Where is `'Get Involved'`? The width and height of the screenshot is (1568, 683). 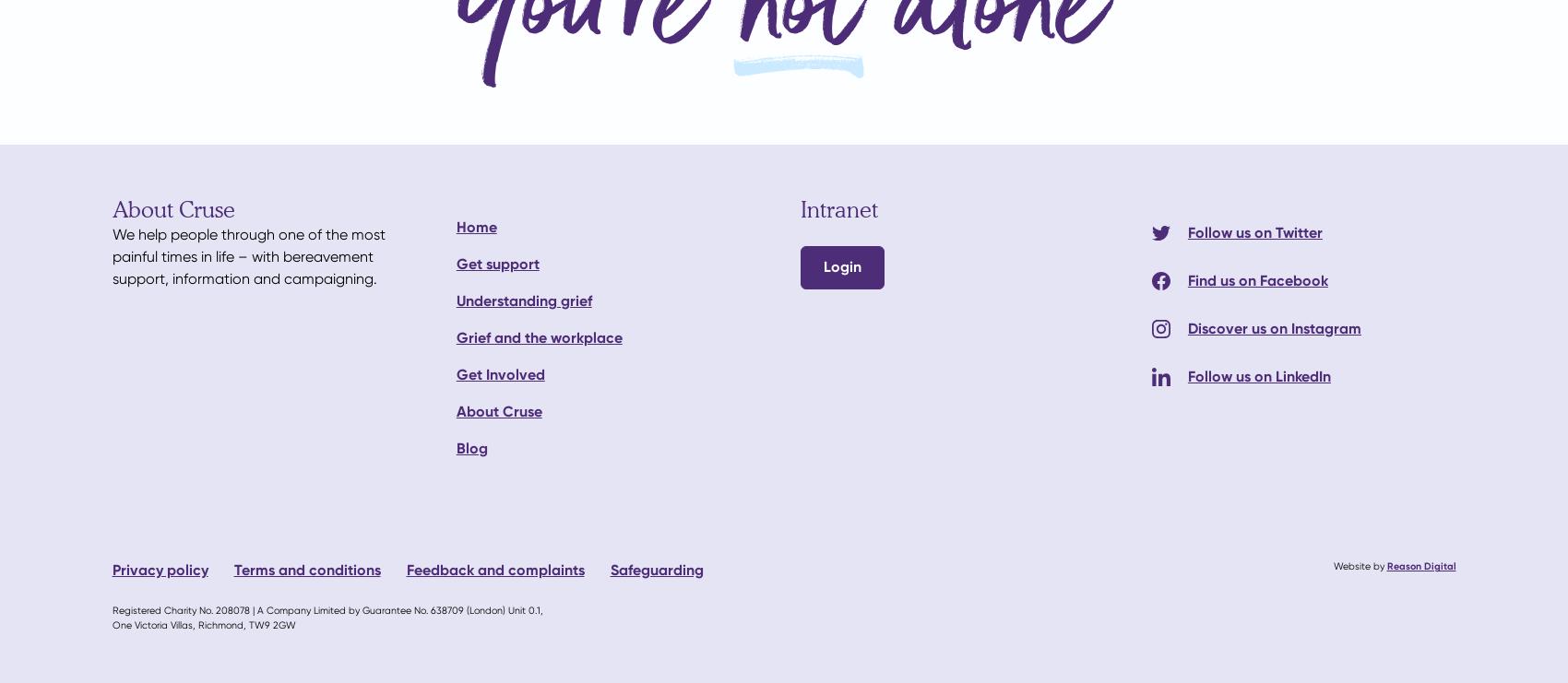 'Get Involved' is located at coordinates (498, 373).